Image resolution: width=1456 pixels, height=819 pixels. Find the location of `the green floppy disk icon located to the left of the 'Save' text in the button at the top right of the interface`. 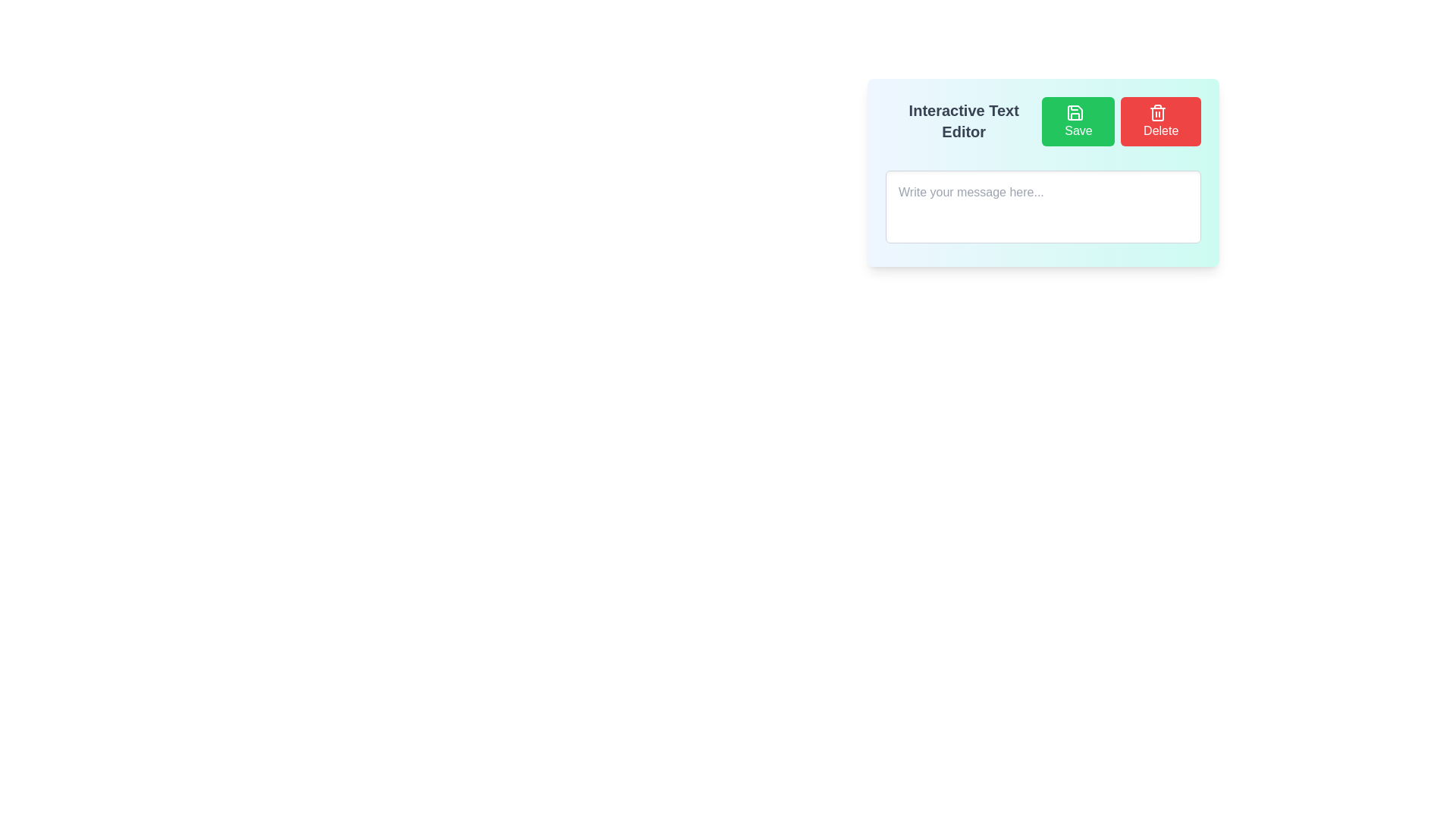

the green floppy disk icon located to the left of the 'Save' text in the button at the top right of the interface is located at coordinates (1075, 111).